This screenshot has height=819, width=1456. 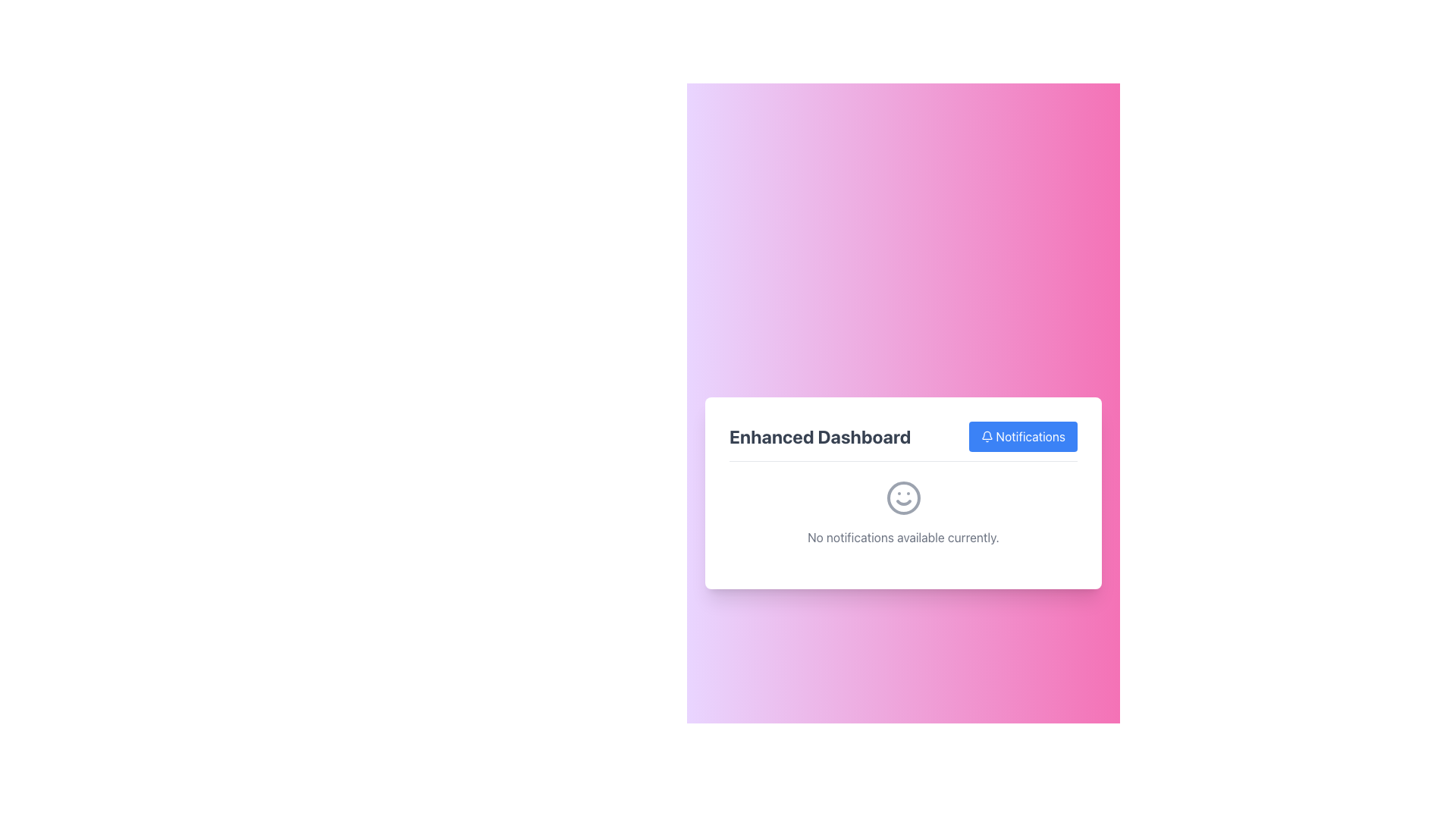 What do you see at coordinates (1023, 436) in the screenshot?
I see `the 'Notifications' button, which has a bold blue background and a bell icon` at bounding box center [1023, 436].